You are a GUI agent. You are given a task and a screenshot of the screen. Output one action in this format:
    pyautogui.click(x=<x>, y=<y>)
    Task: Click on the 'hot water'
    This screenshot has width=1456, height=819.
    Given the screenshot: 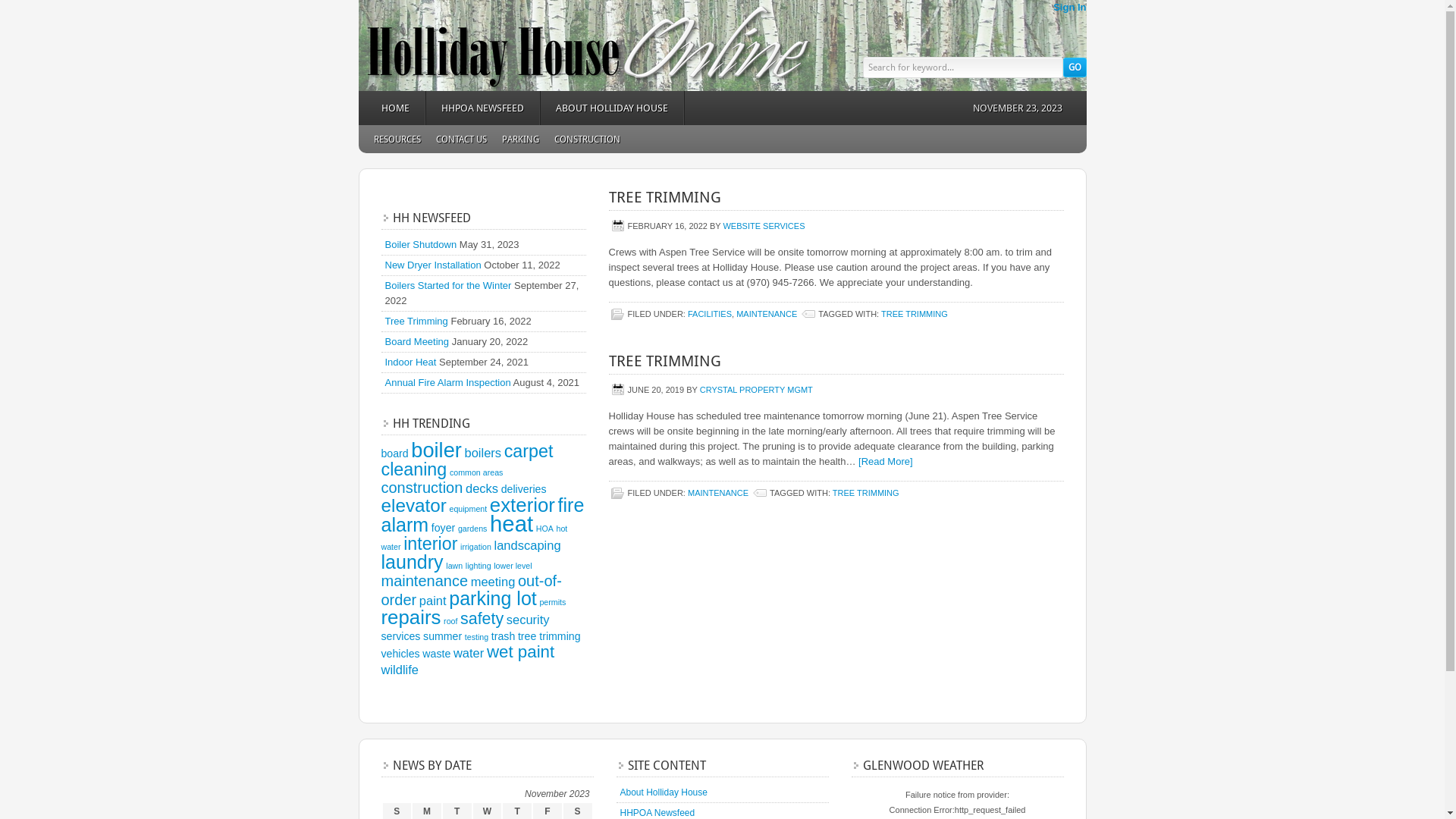 What is the action you would take?
    pyautogui.click(x=381, y=537)
    